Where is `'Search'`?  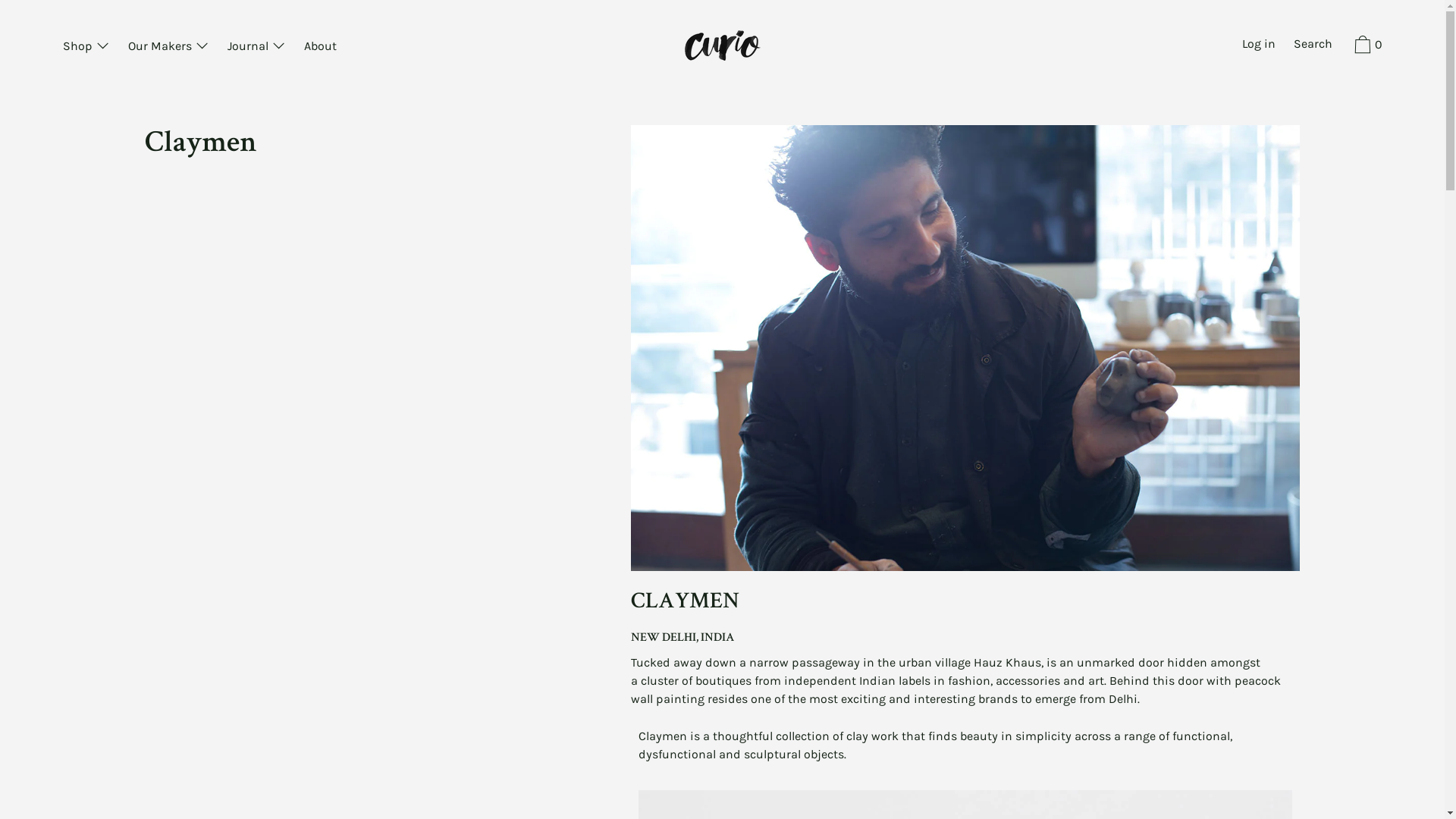
'Search' is located at coordinates (1312, 45).